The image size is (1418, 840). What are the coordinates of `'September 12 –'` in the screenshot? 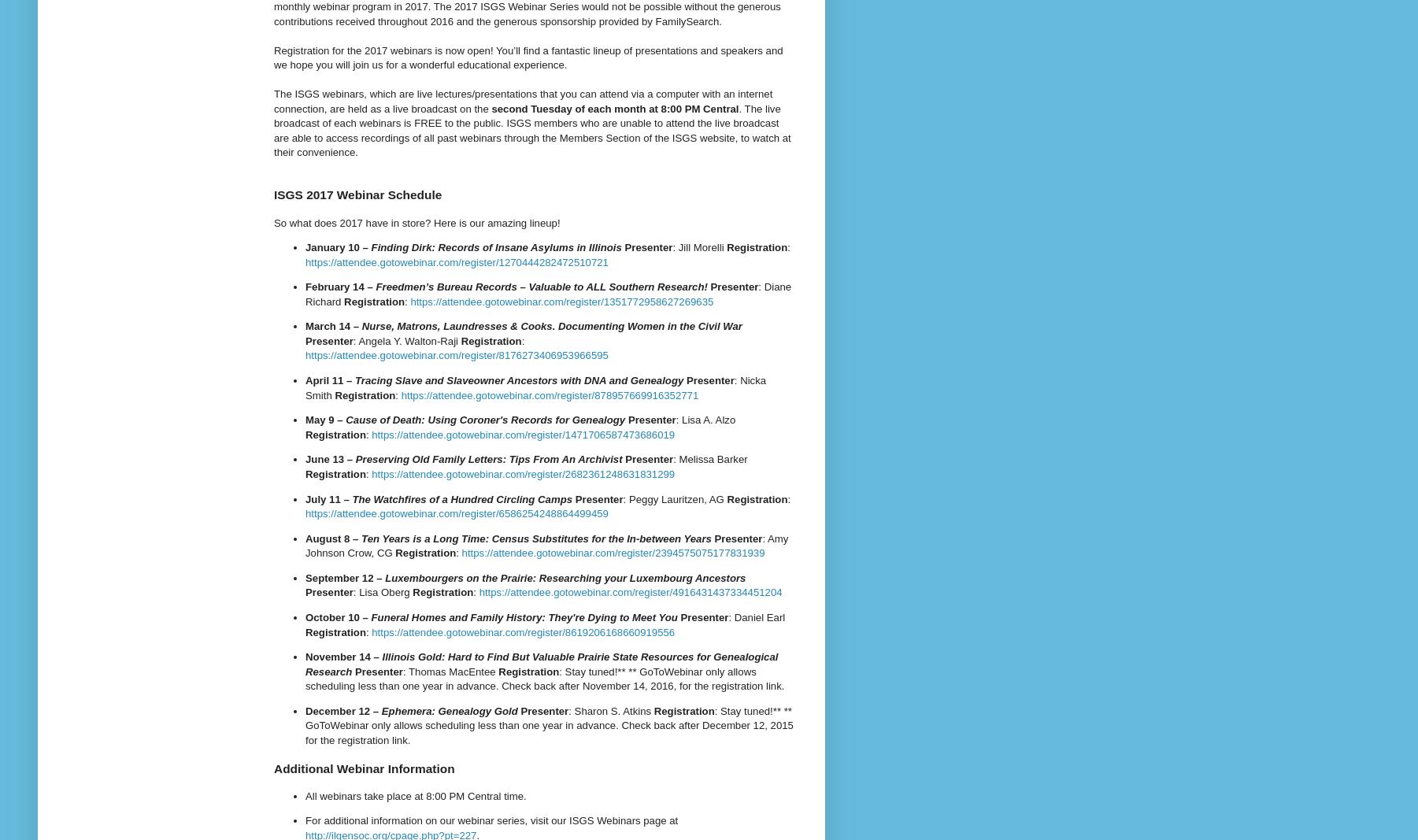 It's located at (305, 576).